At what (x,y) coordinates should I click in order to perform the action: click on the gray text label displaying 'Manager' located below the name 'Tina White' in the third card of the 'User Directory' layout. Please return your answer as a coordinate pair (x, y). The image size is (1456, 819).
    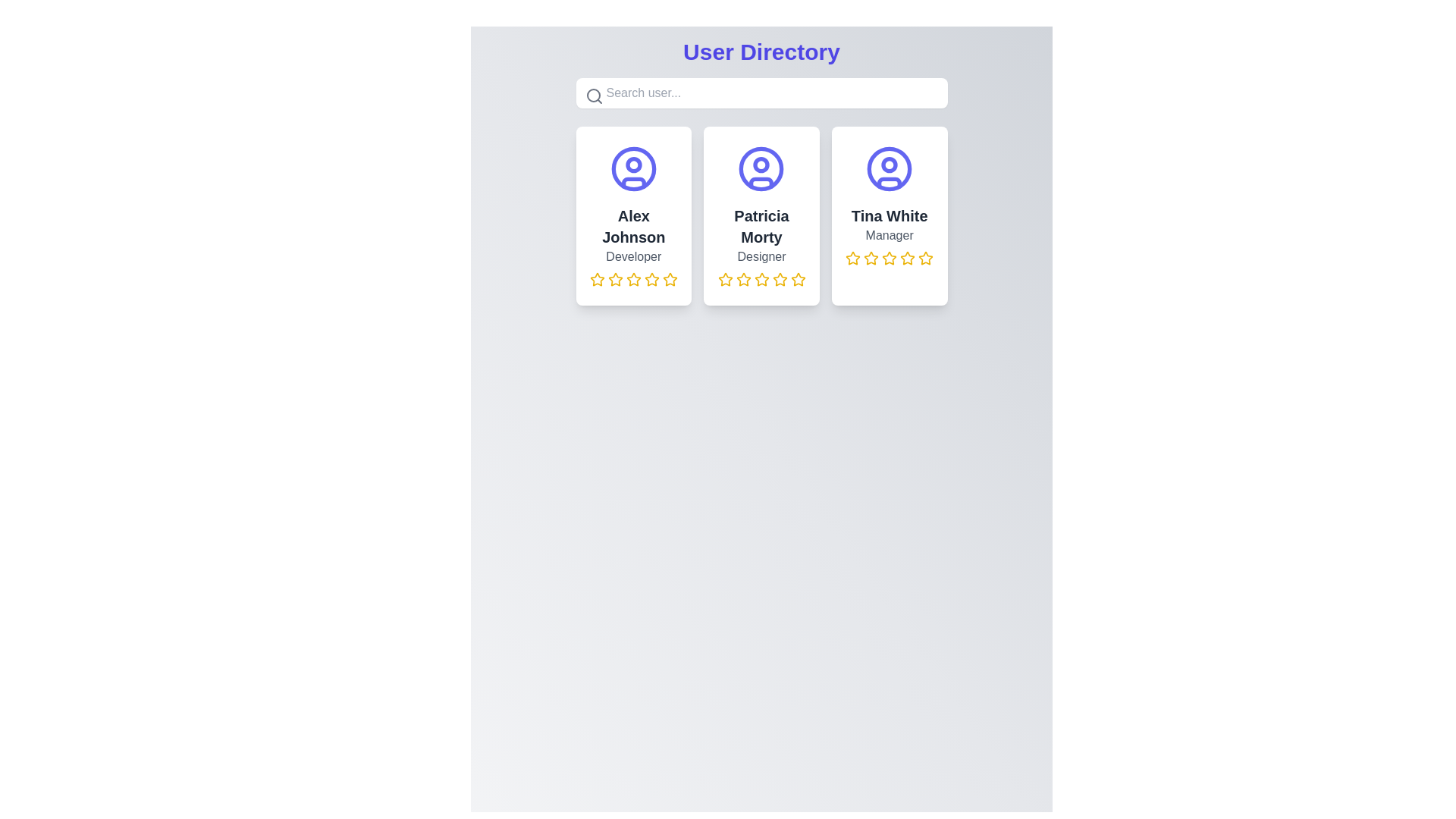
    Looking at the image, I should click on (890, 236).